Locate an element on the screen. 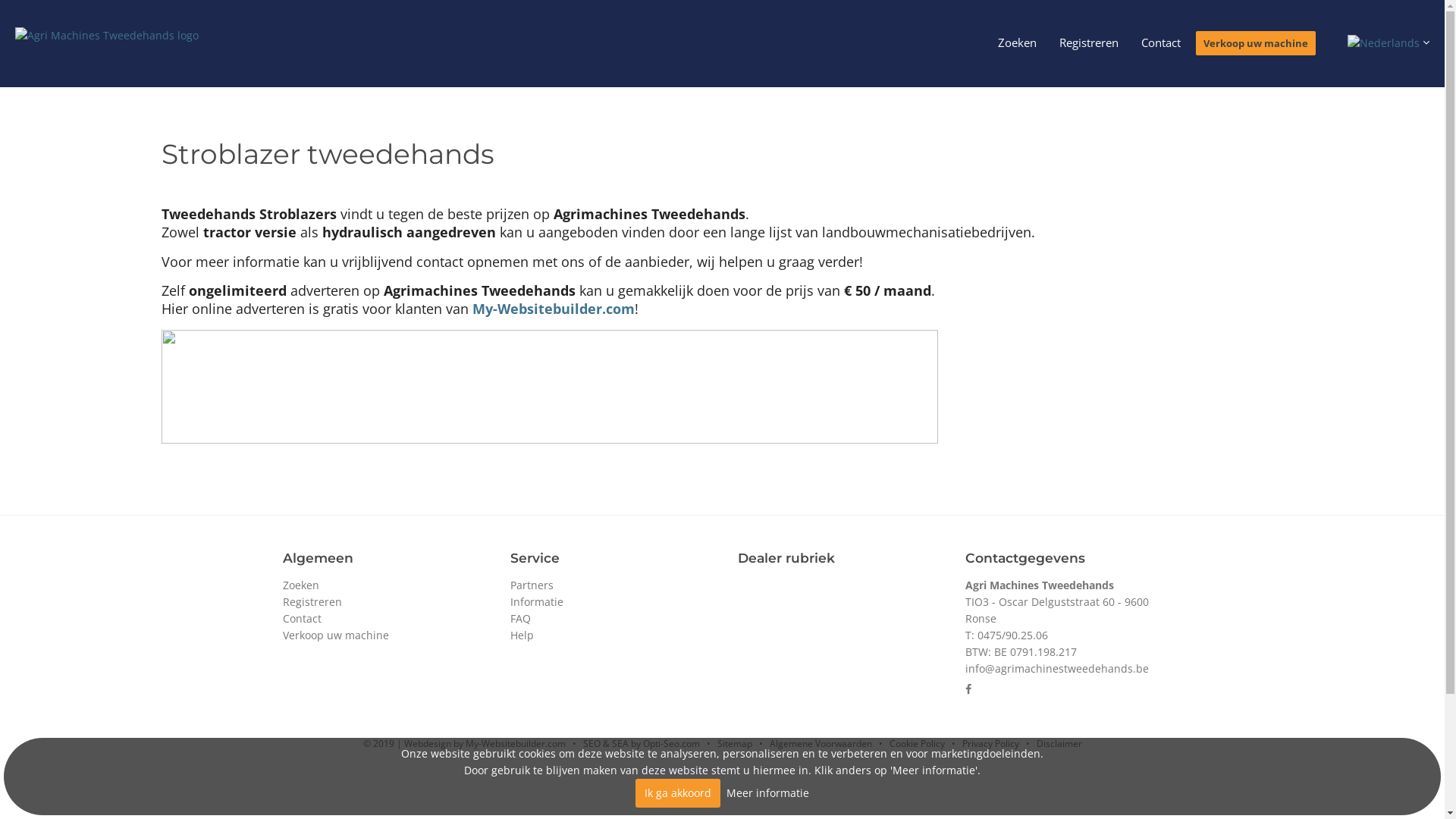  'Zoeken' is located at coordinates (1017, 42).